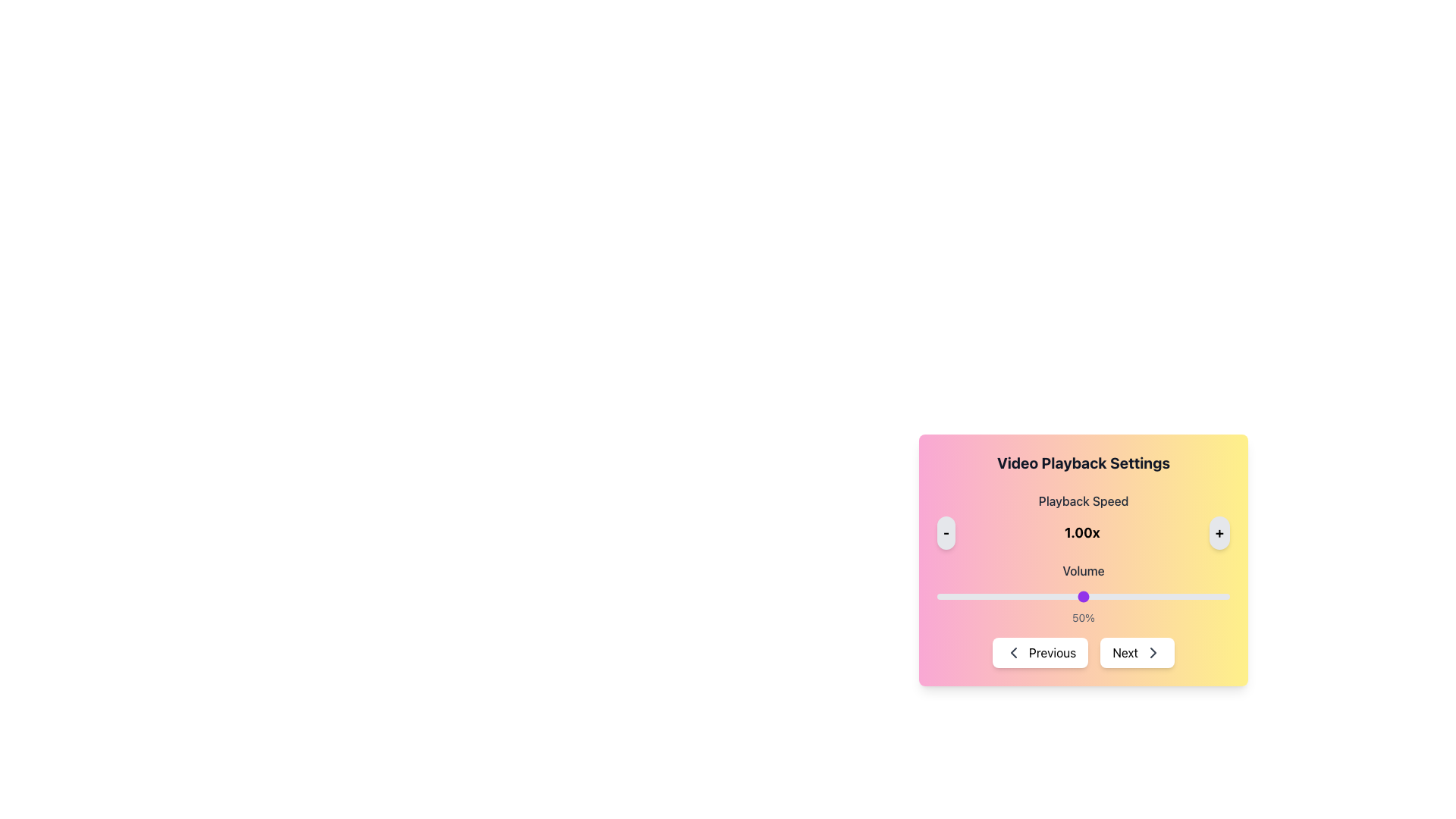 Image resolution: width=1456 pixels, height=819 pixels. I want to click on the Label displaying the current playback speed setting, which is located in the 'Playback Speed' section between the '-' and '+' buttons, so click(1083, 532).